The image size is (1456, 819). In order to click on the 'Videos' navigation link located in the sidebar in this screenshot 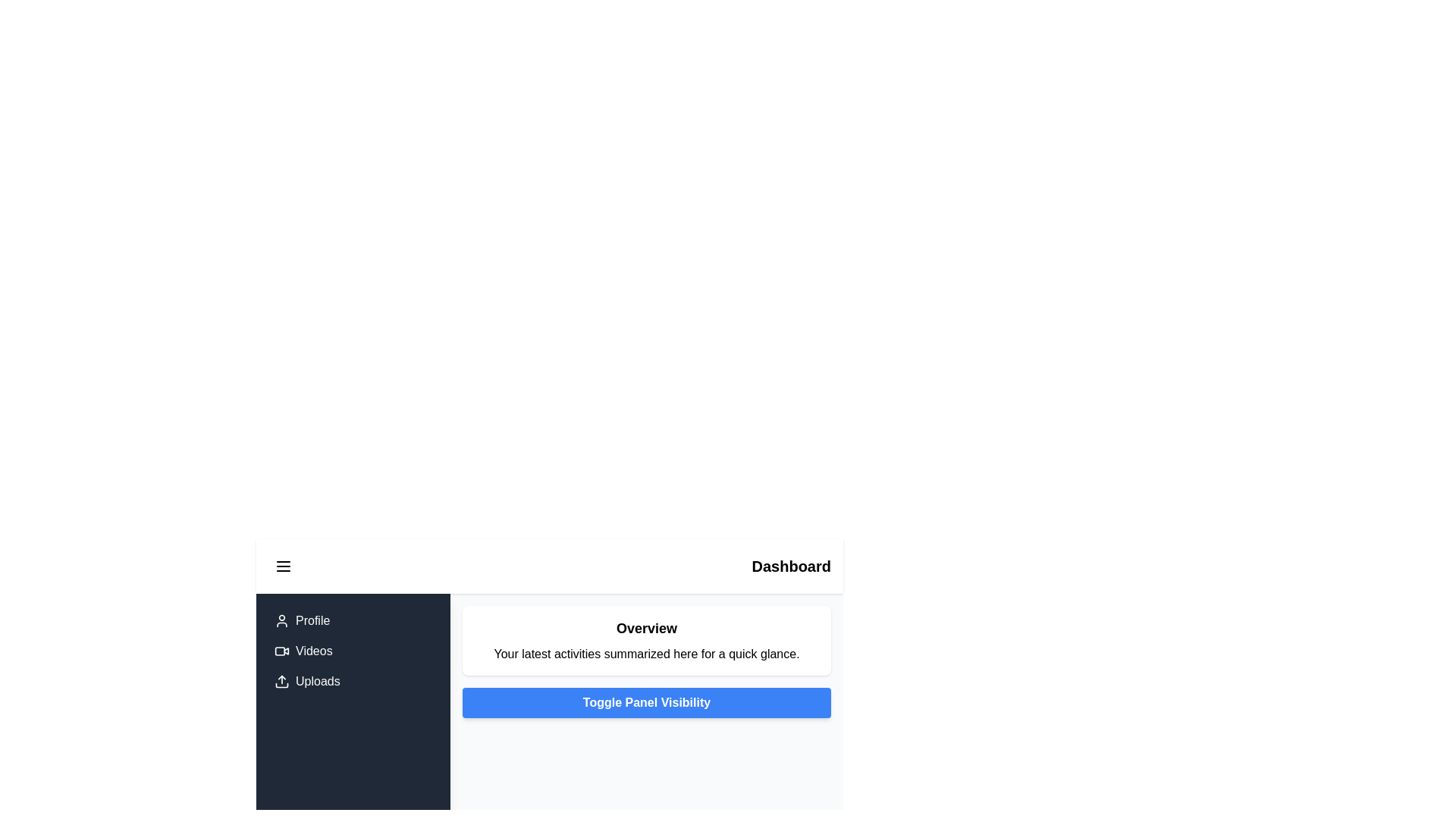, I will do `click(352, 651)`.